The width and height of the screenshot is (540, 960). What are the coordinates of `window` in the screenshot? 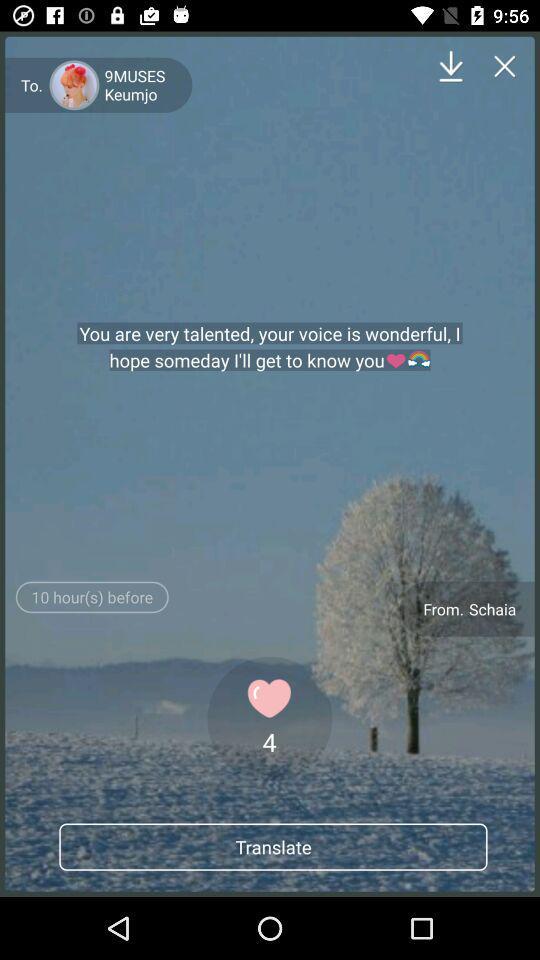 It's located at (504, 66).